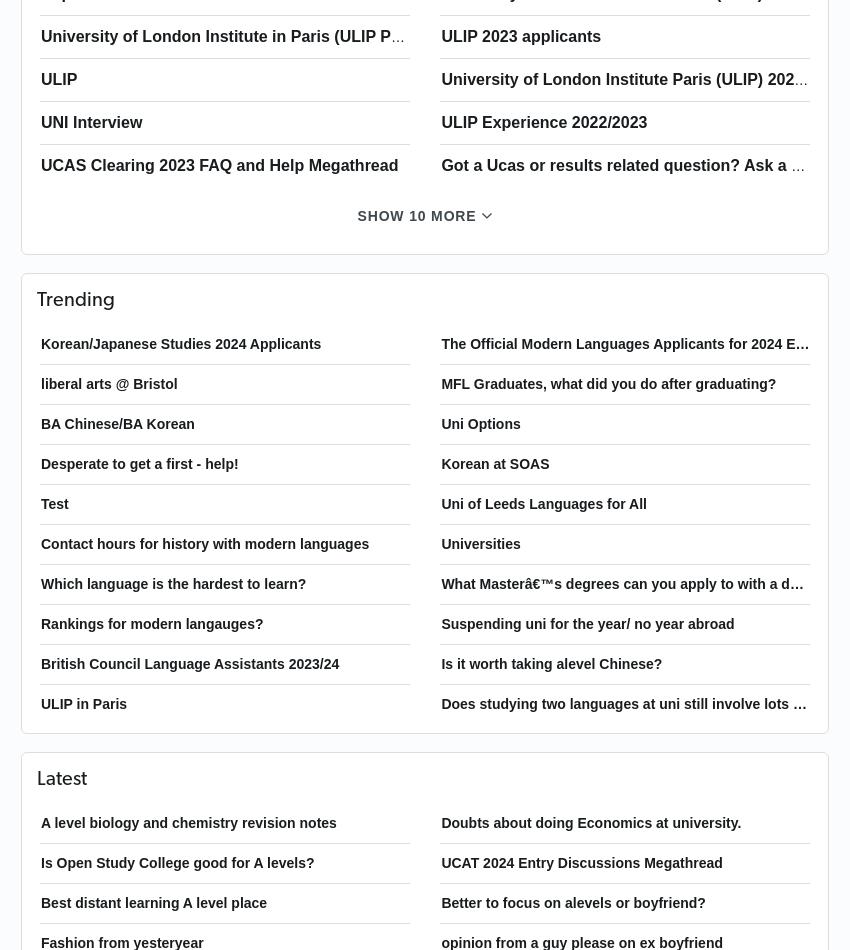 The width and height of the screenshot is (850, 950). I want to click on 'Korean at SOAS', so click(495, 462).